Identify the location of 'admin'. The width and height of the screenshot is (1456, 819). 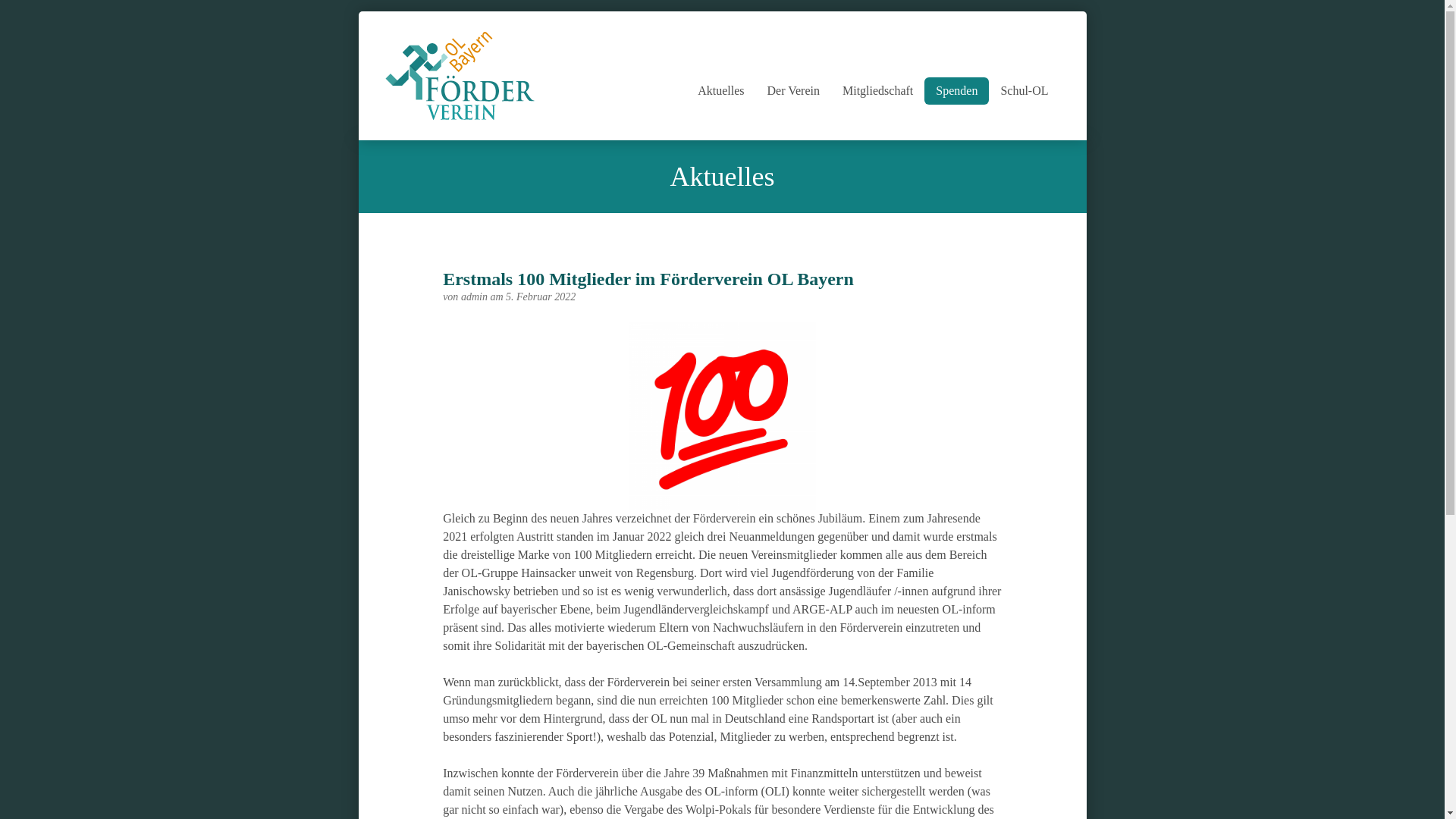
(475, 297).